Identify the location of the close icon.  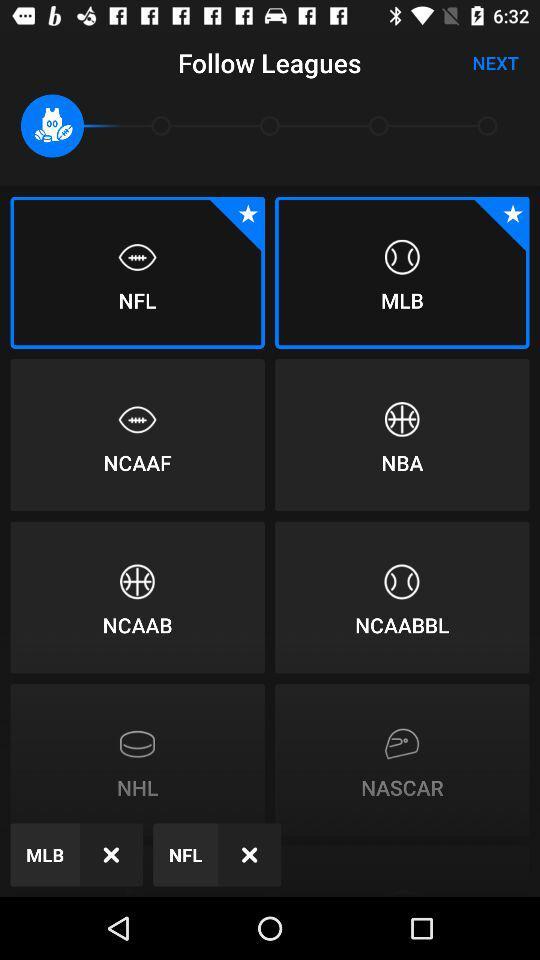
(249, 853).